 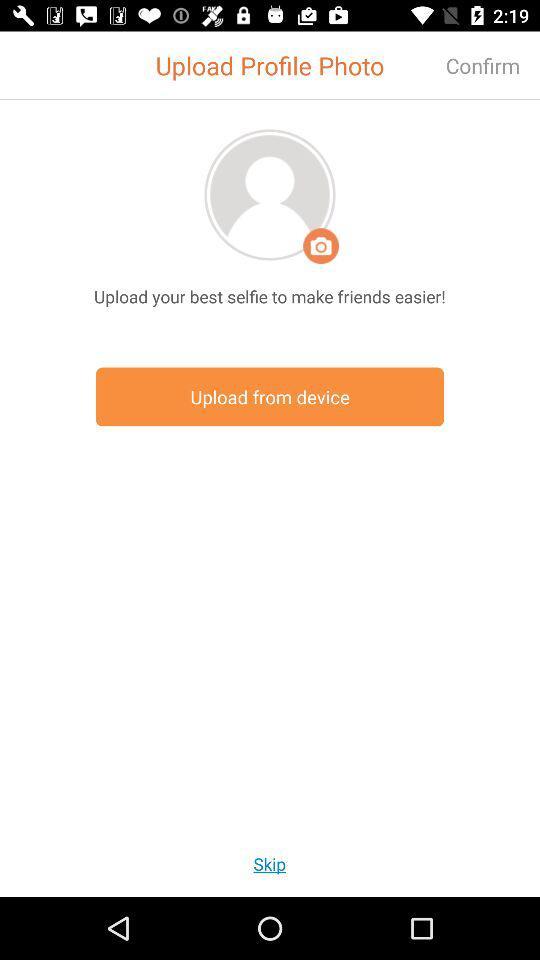 What do you see at coordinates (270, 295) in the screenshot?
I see `item above the upload from device item` at bounding box center [270, 295].